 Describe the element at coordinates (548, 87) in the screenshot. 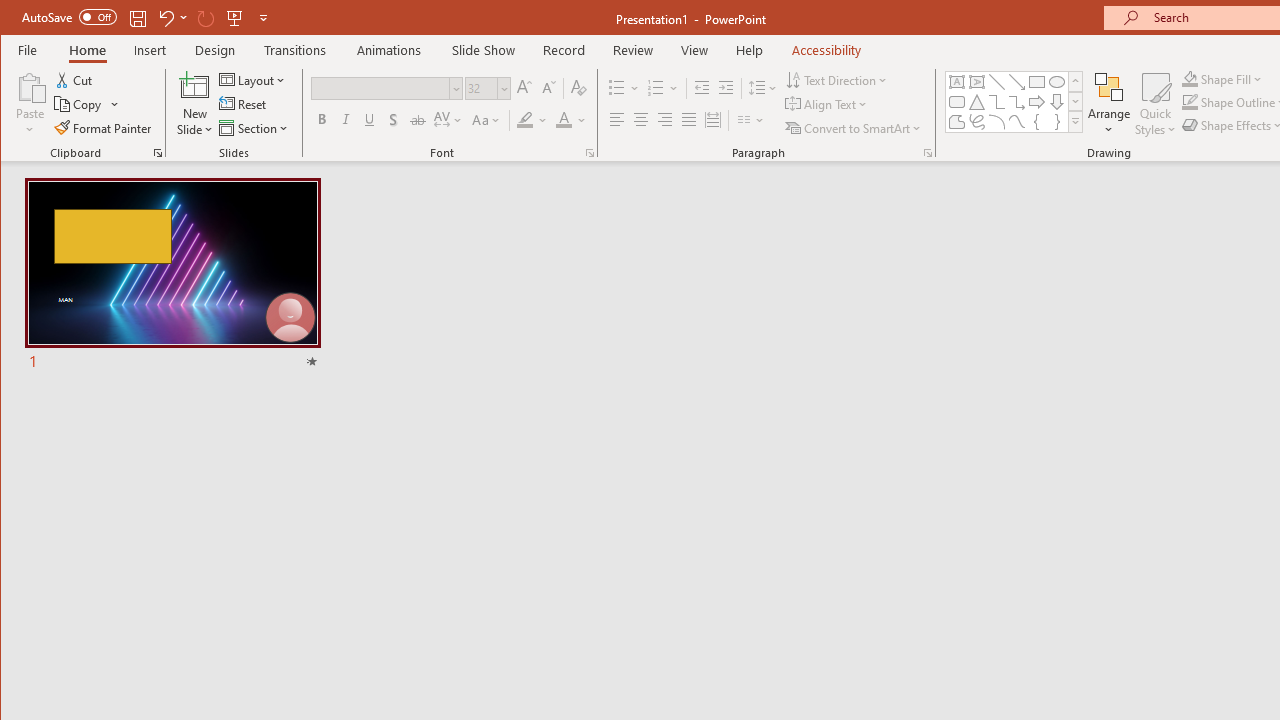

I see `'Decrease Font Size'` at that location.